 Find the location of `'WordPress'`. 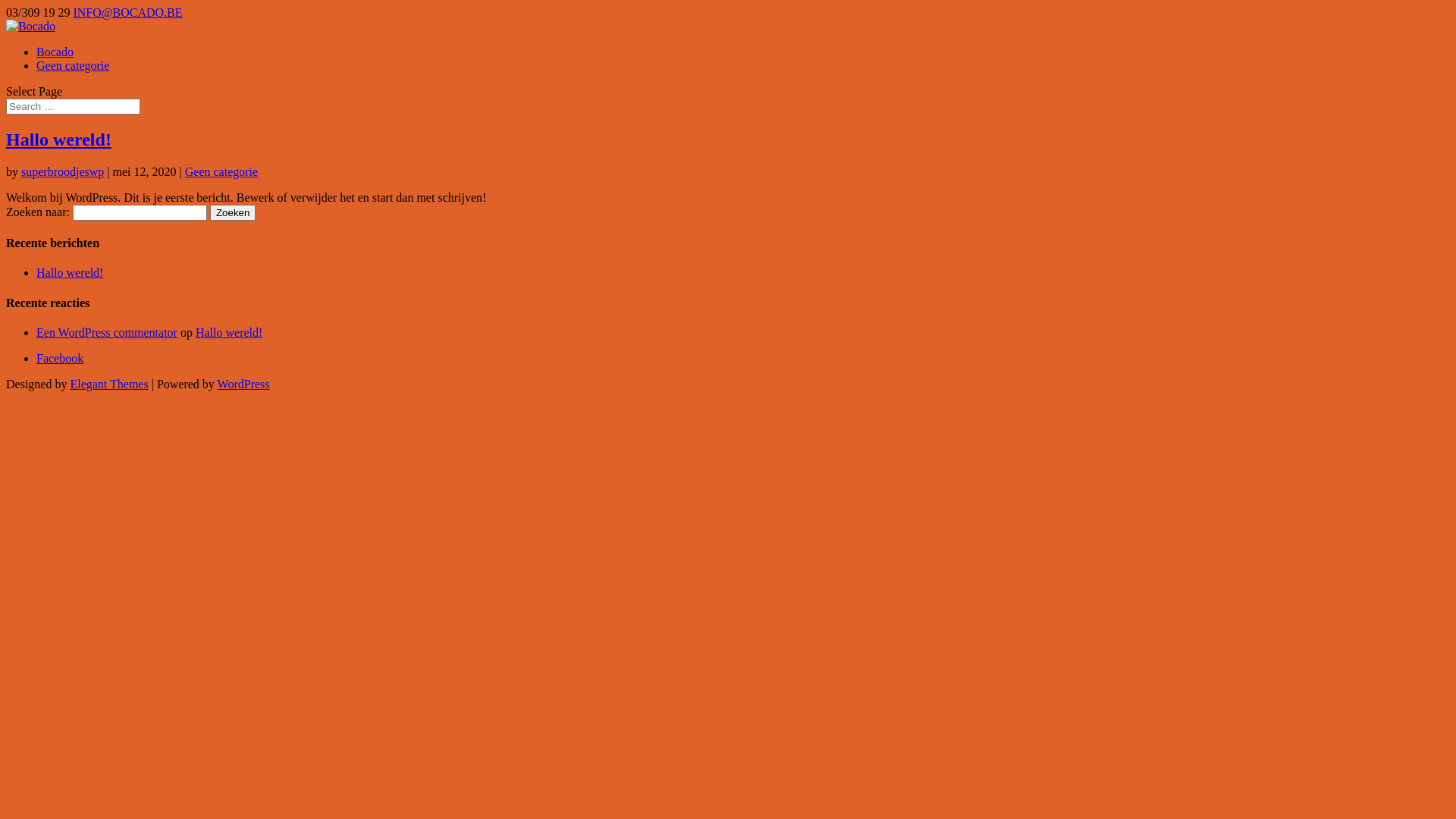

'WordPress' is located at coordinates (243, 383).